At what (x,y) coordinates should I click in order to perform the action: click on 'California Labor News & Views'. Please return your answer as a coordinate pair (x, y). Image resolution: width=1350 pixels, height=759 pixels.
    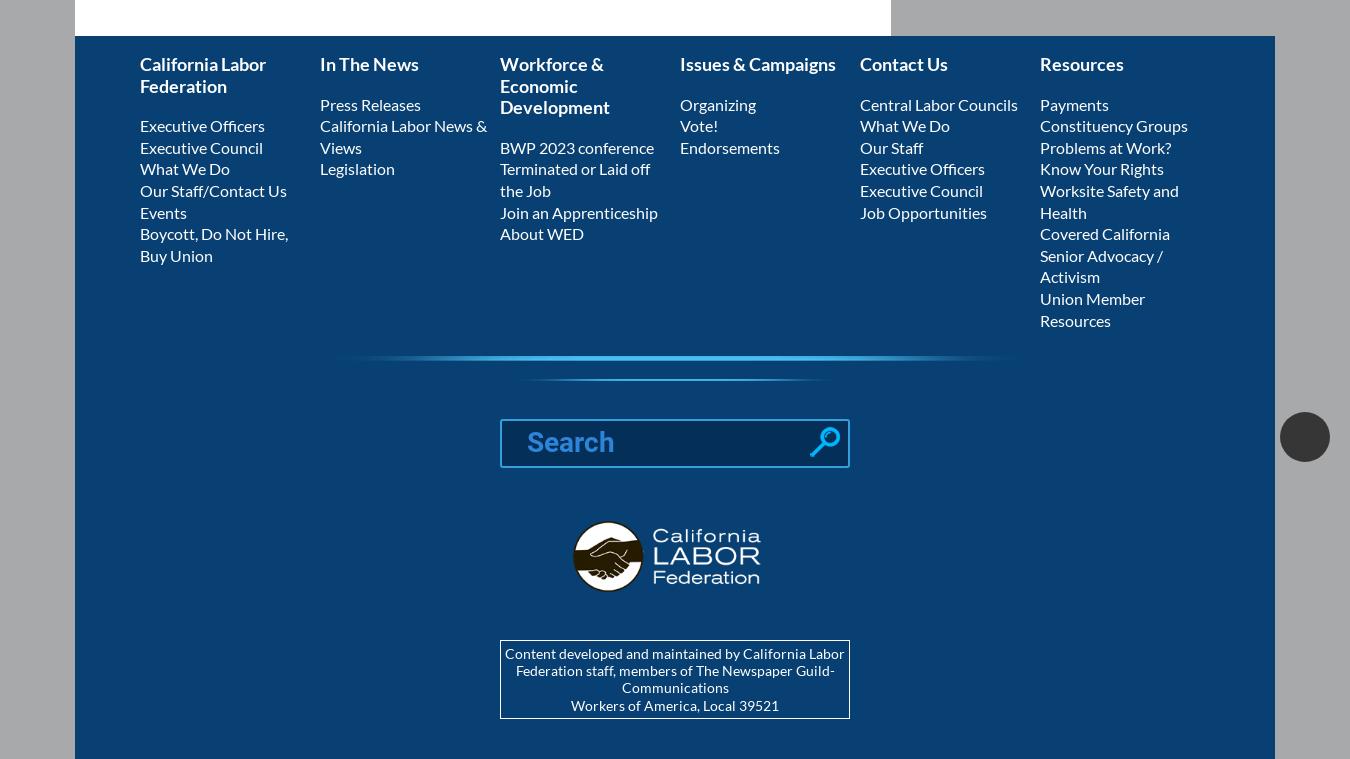
    Looking at the image, I should click on (403, 136).